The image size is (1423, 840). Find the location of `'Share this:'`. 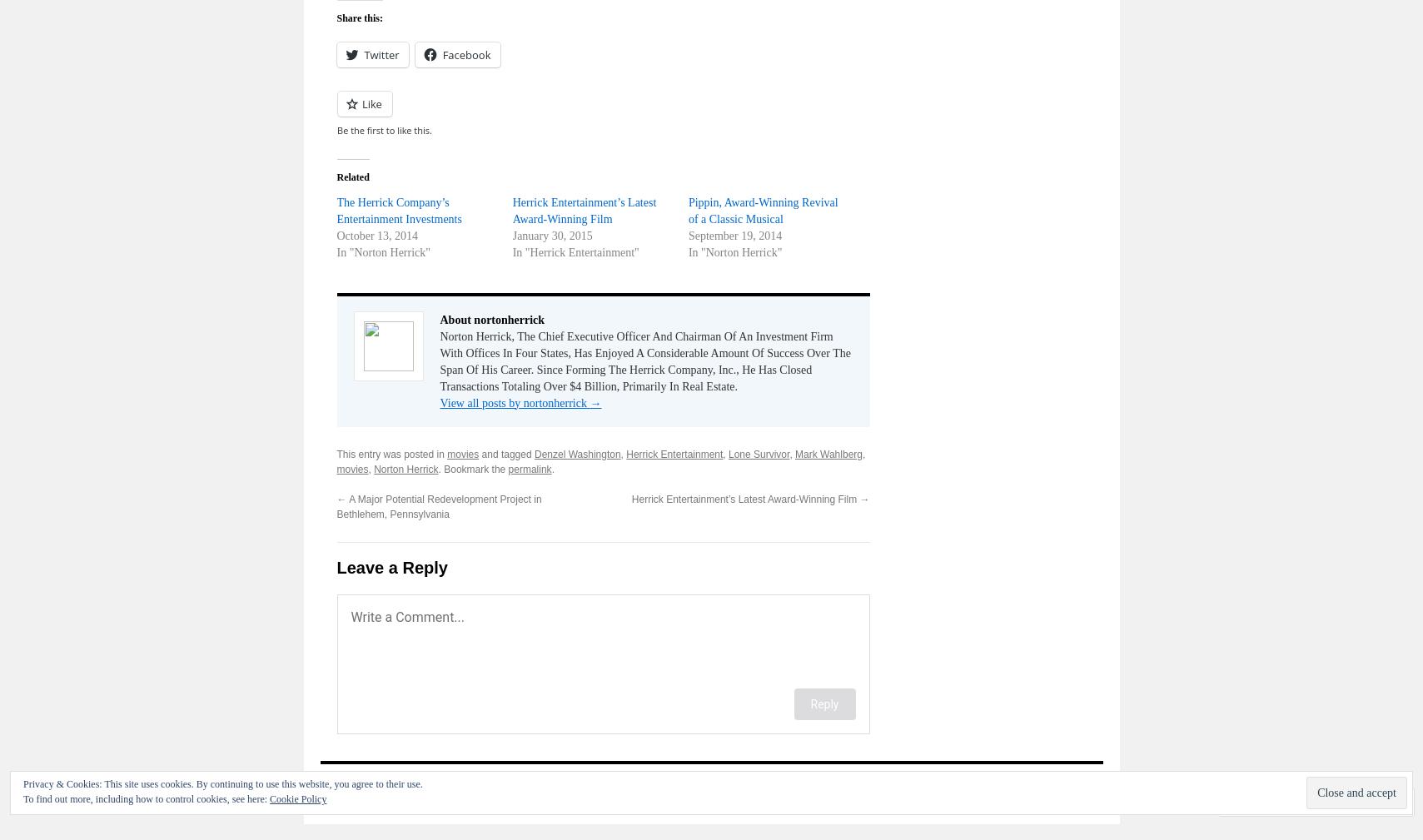

'Share this:' is located at coordinates (358, 16).